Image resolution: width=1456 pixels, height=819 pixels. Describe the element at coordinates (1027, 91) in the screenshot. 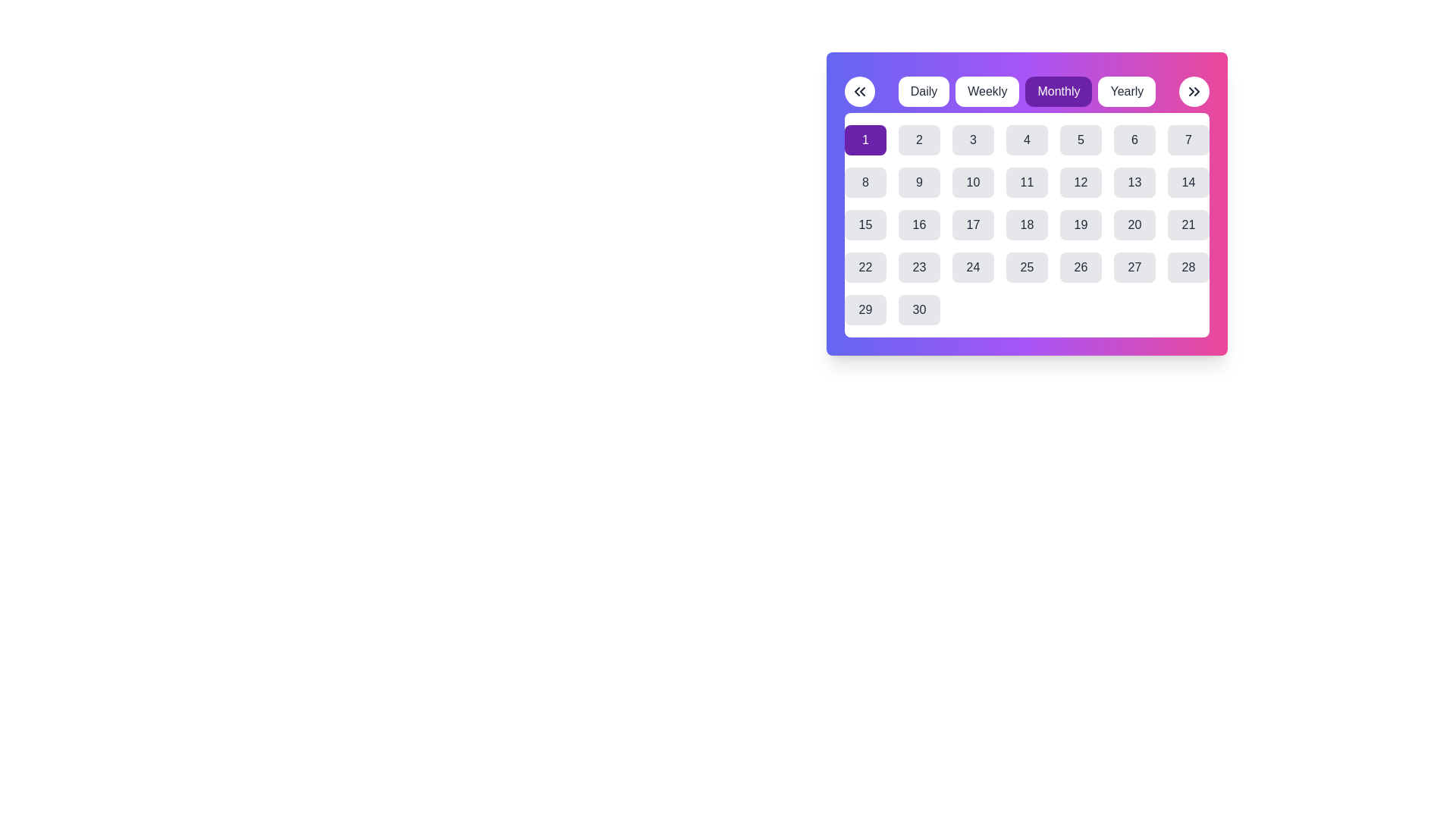

I see `the 'Monthly' button in the horizontal group of view options` at that location.